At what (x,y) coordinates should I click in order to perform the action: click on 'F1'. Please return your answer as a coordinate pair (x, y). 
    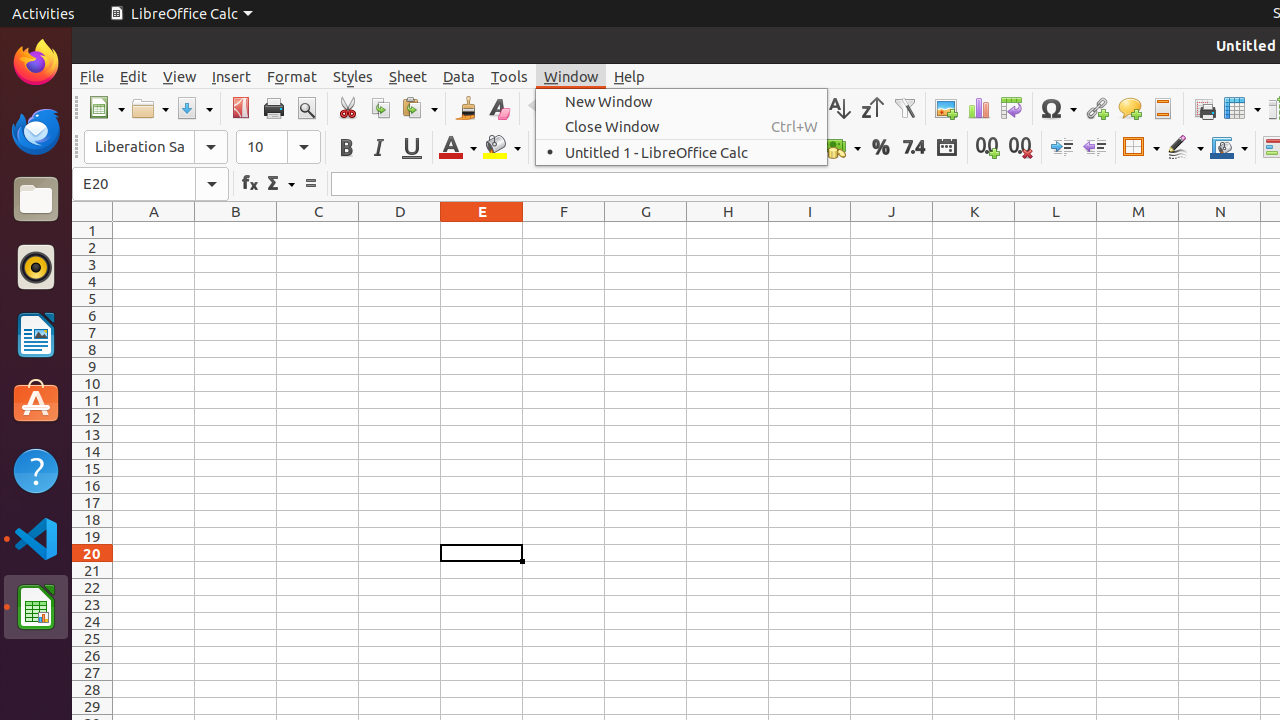
    Looking at the image, I should click on (562, 229).